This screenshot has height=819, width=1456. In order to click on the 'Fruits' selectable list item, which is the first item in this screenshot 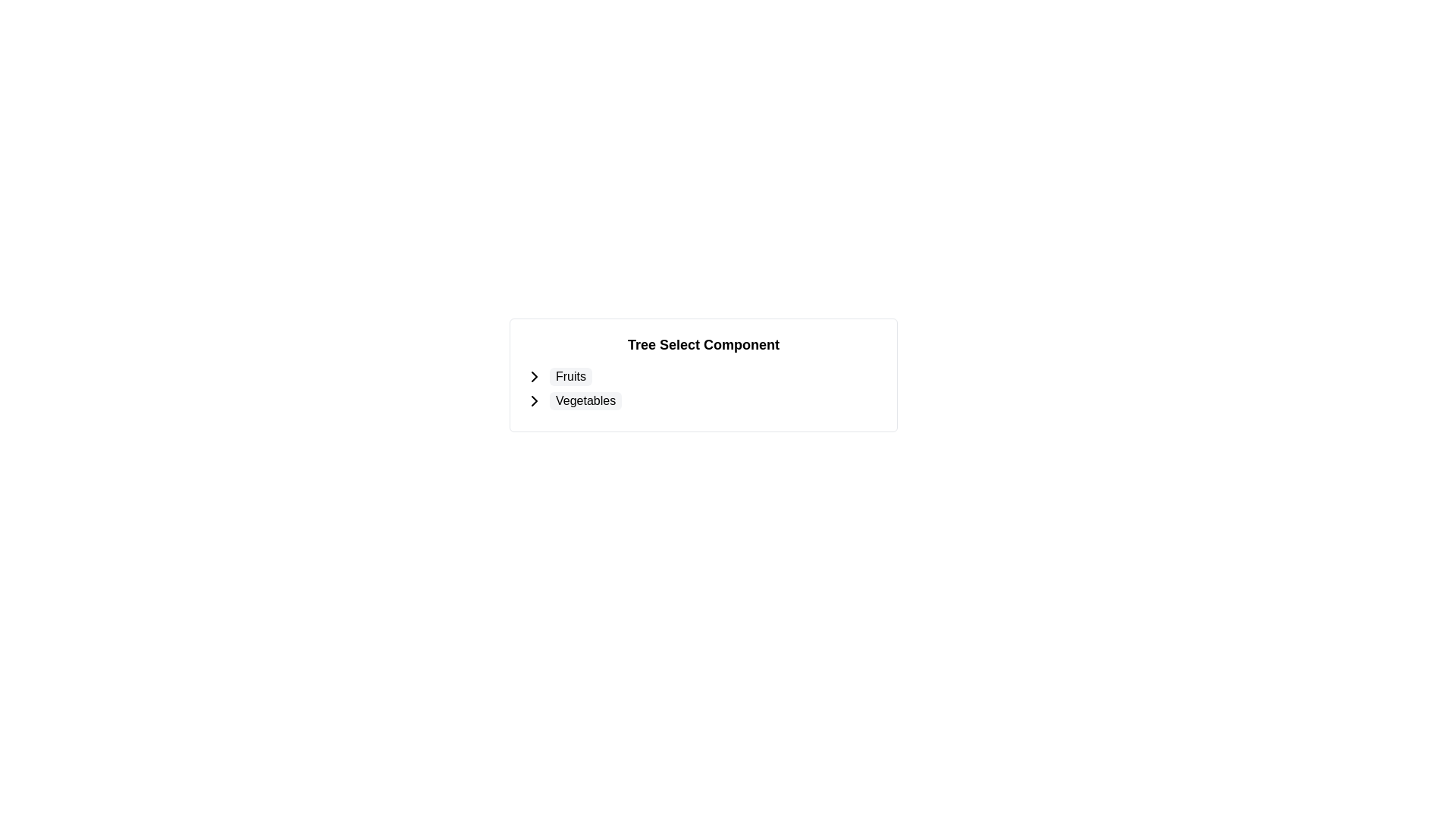, I will do `click(570, 376)`.